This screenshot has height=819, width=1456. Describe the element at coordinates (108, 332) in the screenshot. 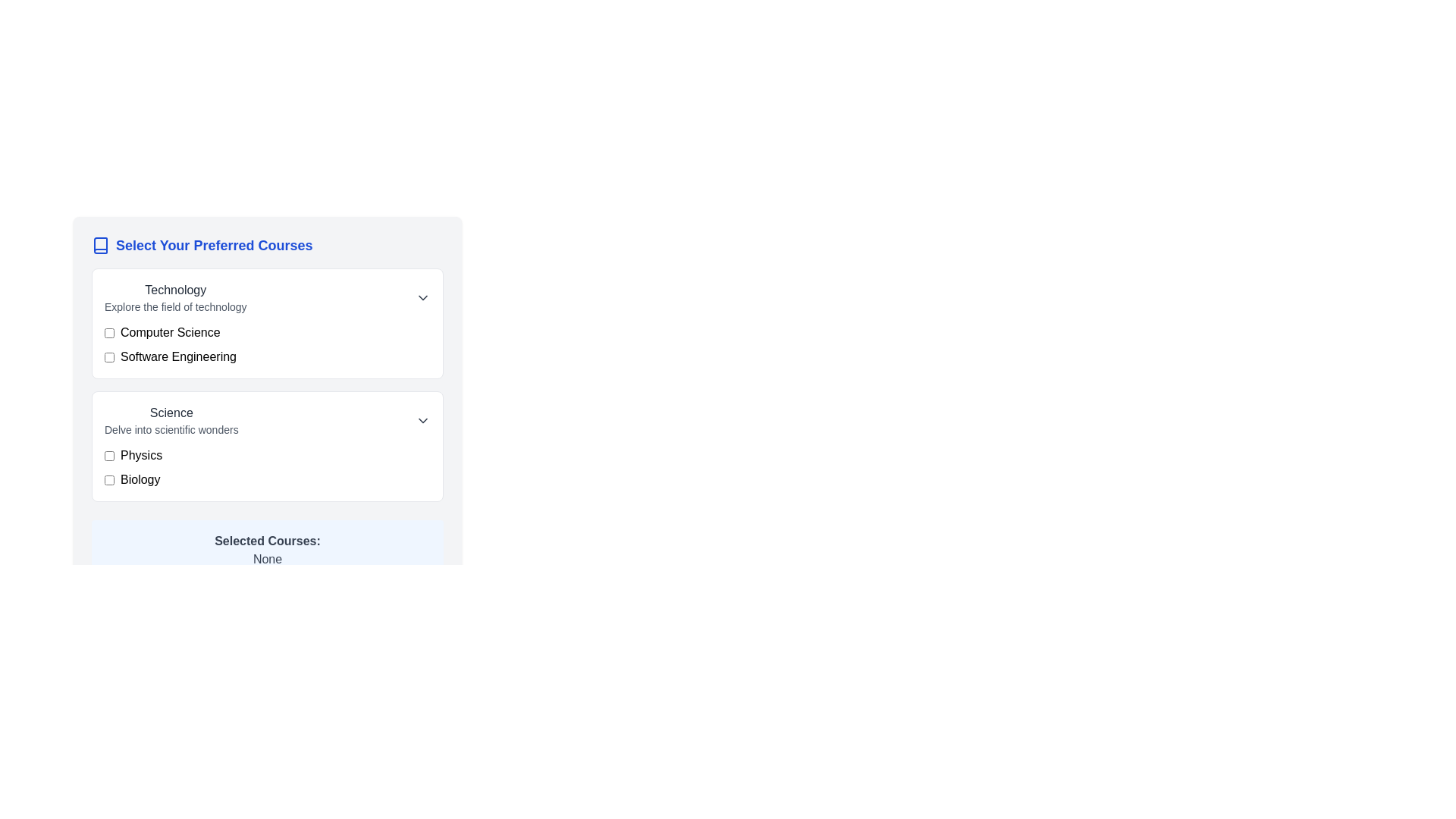

I see `the 'Computer Science' checkbox located under the 'Technology' category in the 'Select Your Preferred Courses' section to trigger hover effects` at that location.